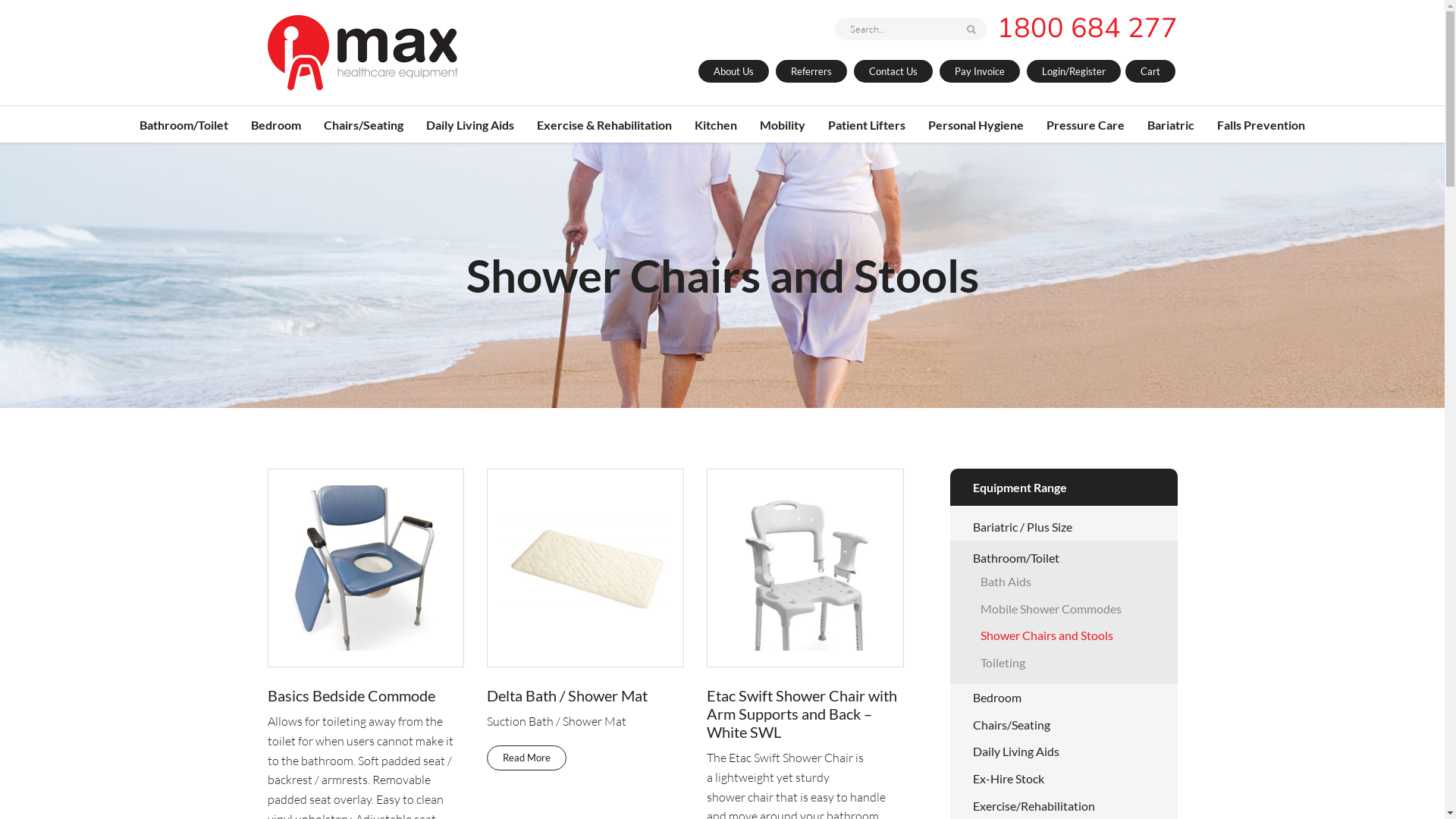 The width and height of the screenshot is (1456, 819). I want to click on 'Mobility', so click(783, 124).